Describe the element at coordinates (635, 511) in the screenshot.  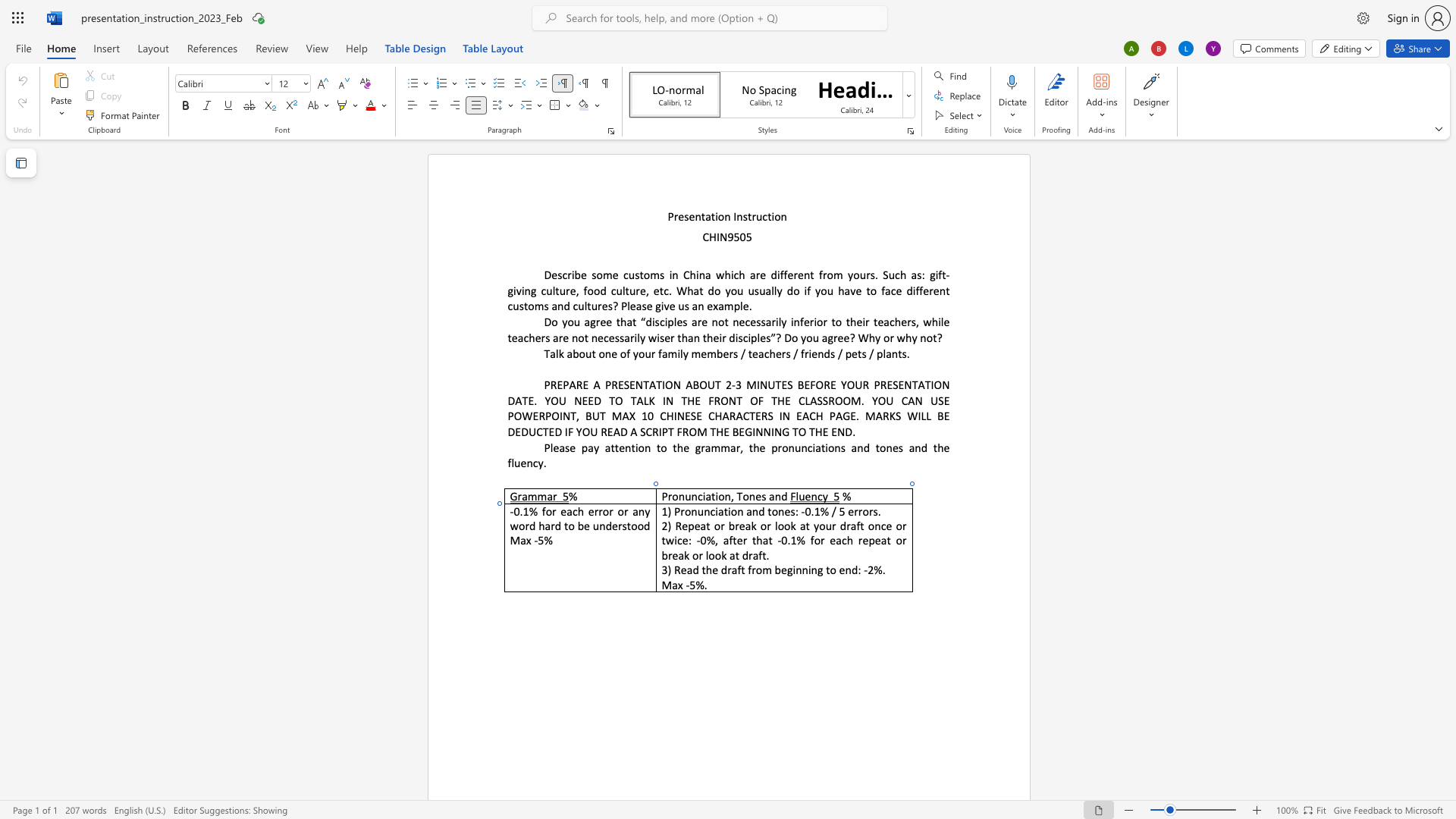
I see `the 2th character "a" in the text` at that location.